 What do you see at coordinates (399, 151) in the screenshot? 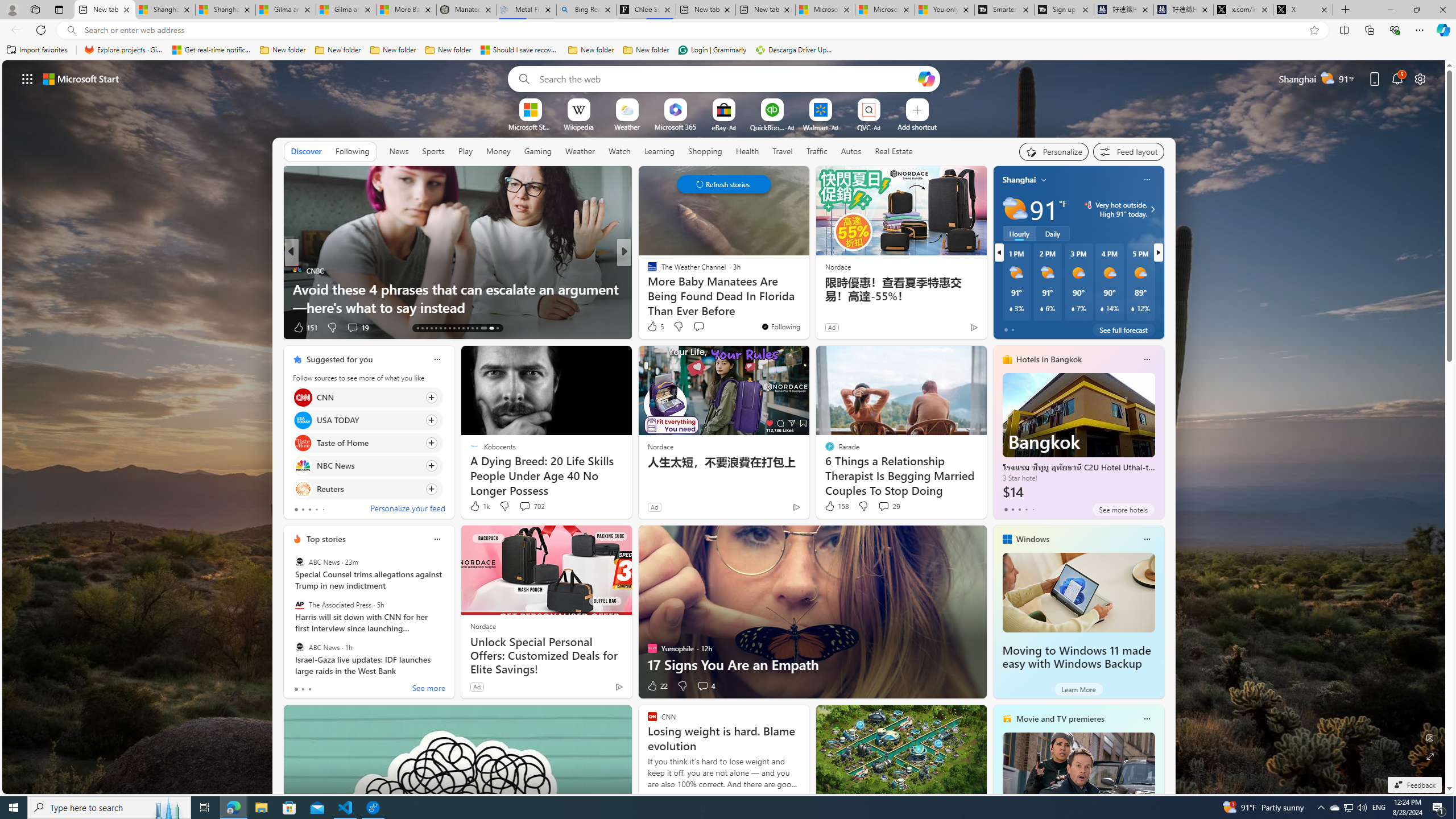
I see `'News'` at bounding box center [399, 151].